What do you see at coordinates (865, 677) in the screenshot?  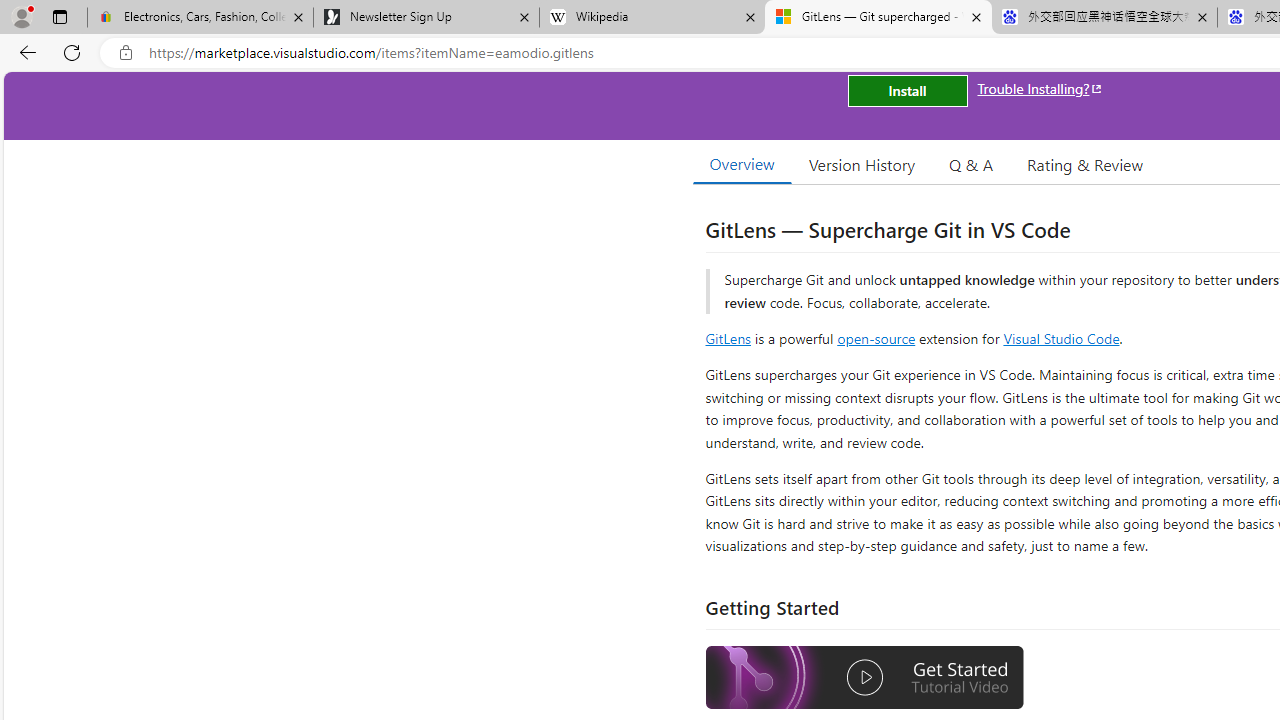 I see `'Watch the GitLens Getting Started video'` at bounding box center [865, 677].